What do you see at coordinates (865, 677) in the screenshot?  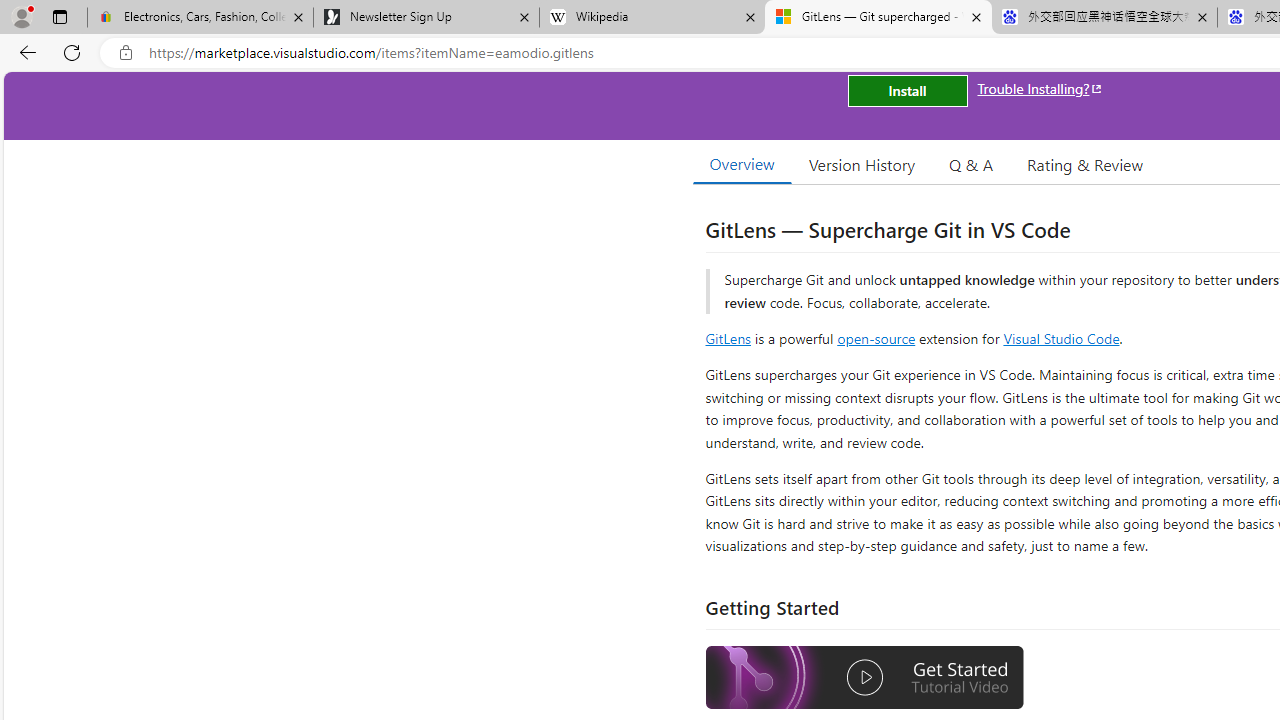 I see `'Watch the GitLens Getting Started video'` at bounding box center [865, 677].